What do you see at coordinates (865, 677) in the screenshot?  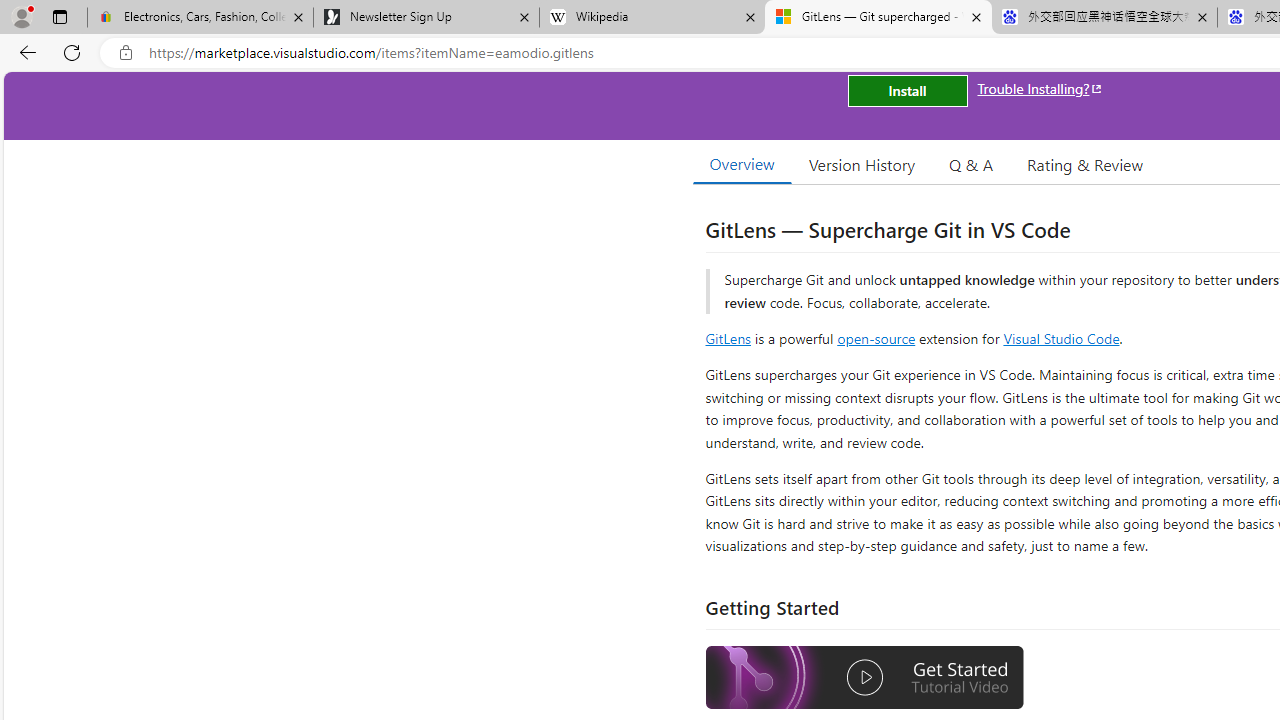 I see `'Watch the GitLens Getting Started video'` at bounding box center [865, 677].